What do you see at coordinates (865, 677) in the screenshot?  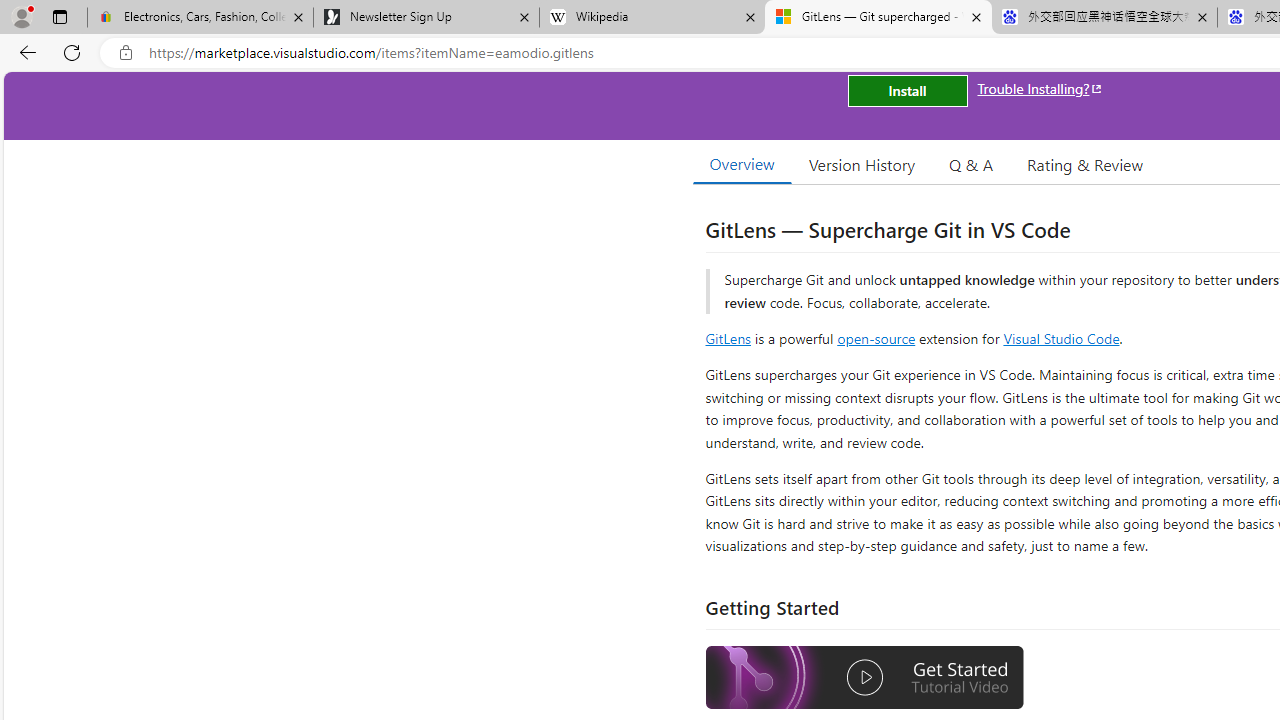 I see `'Watch the GitLens Getting Started video'` at bounding box center [865, 677].